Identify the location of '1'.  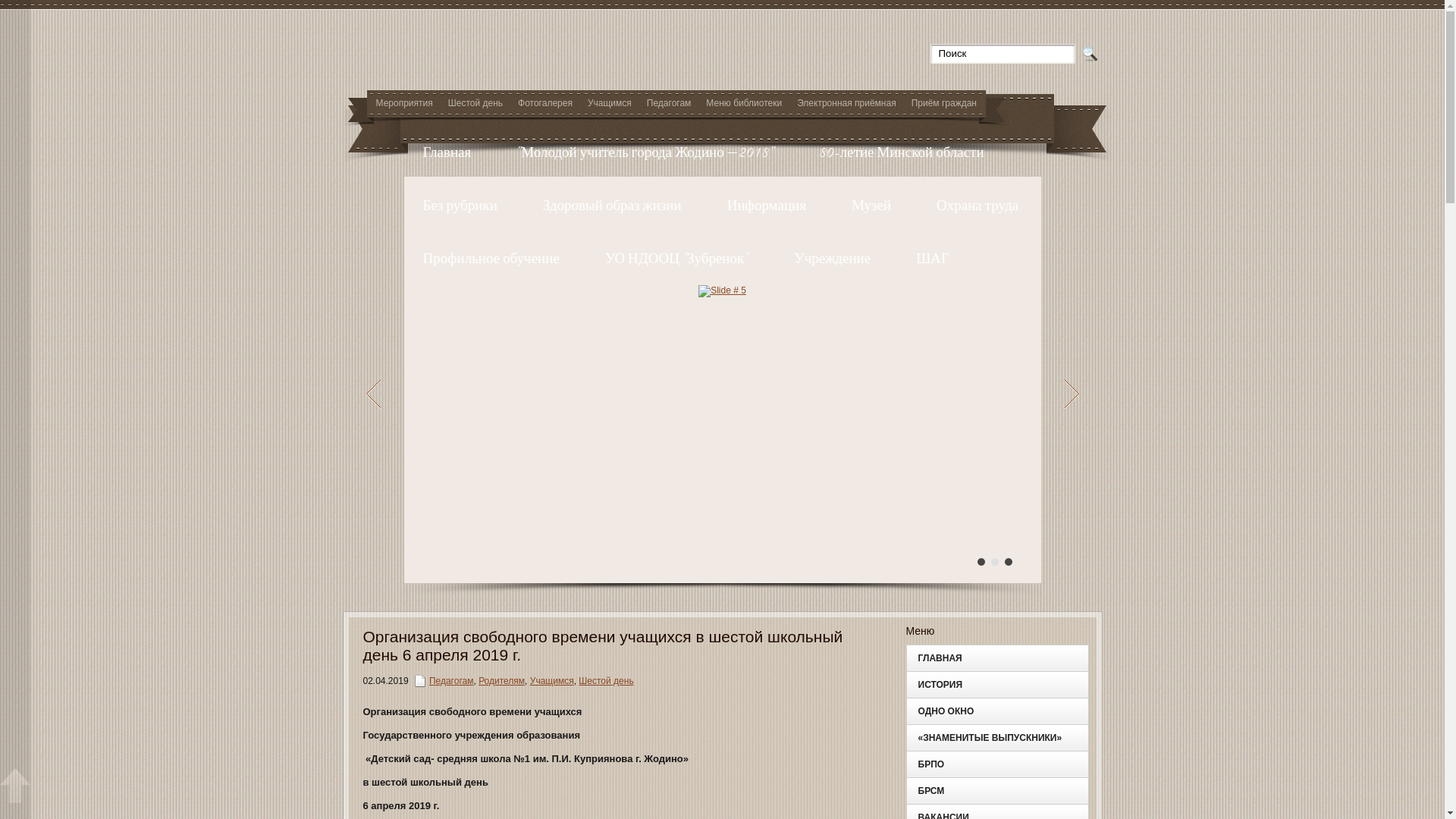
(976, 561).